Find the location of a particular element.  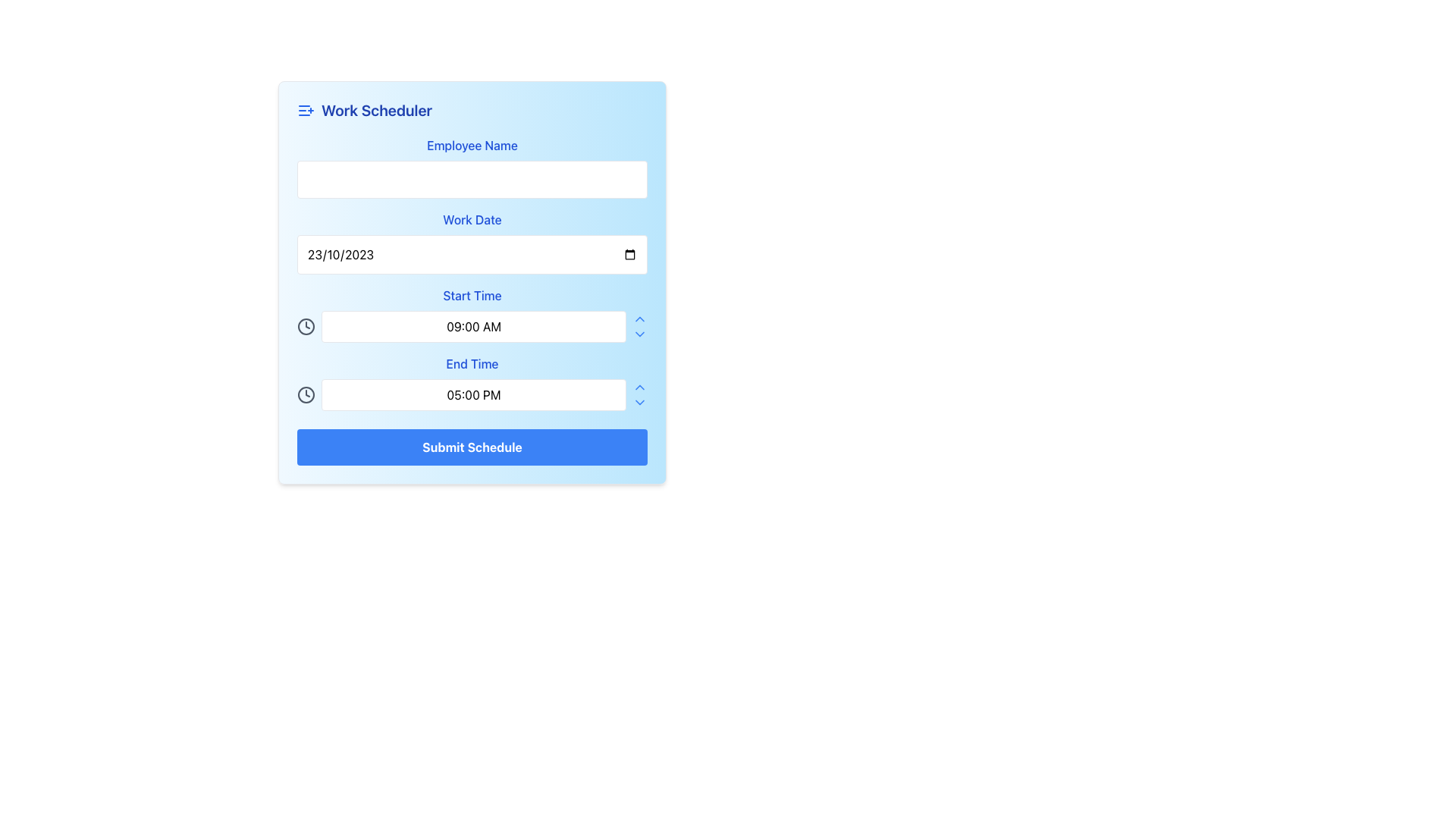

the upward-pointing blue chevron button located to the right of the 'Start Time' input field is located at coordinates (640, 318).